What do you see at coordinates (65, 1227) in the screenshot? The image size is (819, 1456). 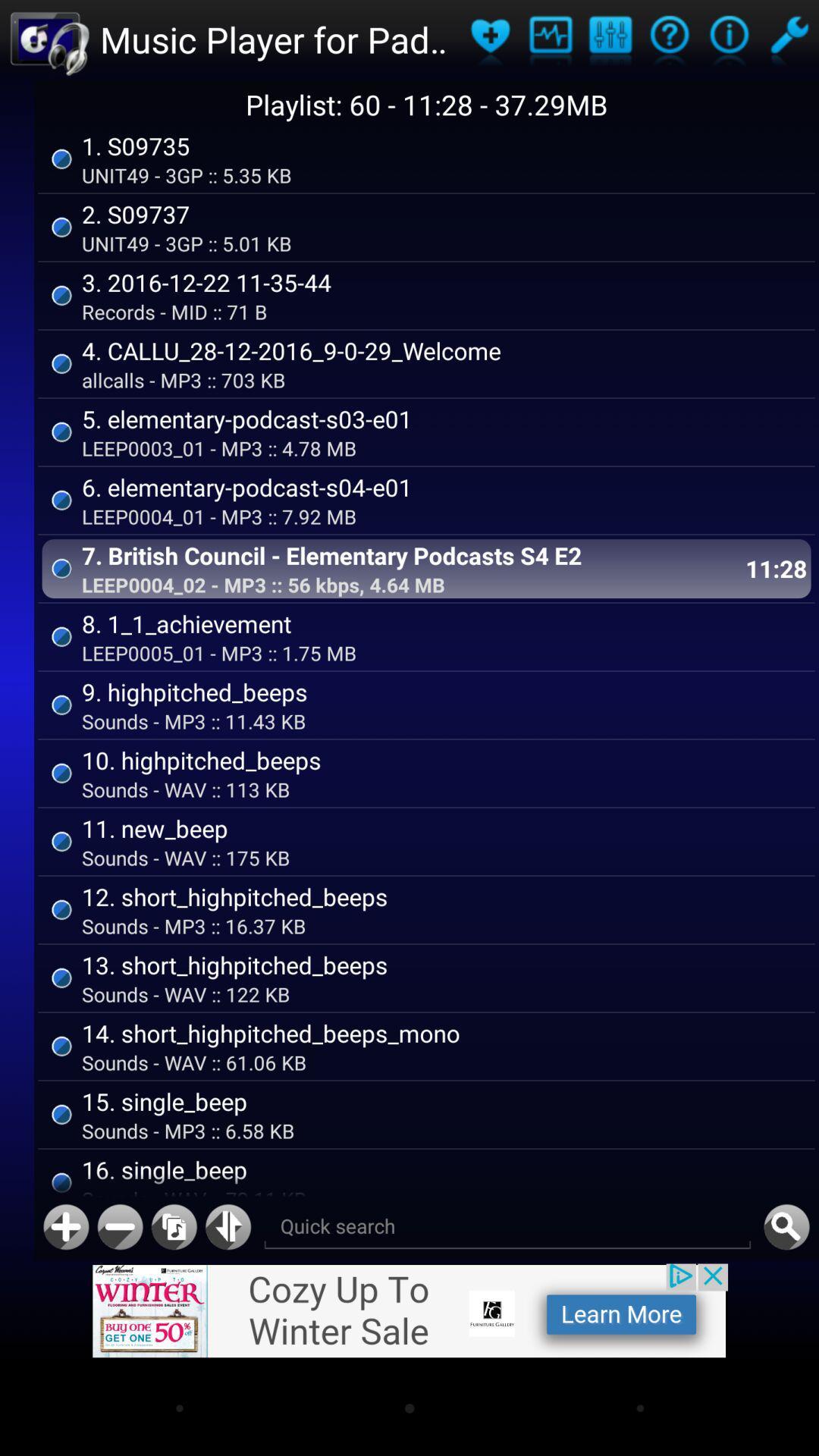 I see `an item to the list` at bounding box center [65, 1227].